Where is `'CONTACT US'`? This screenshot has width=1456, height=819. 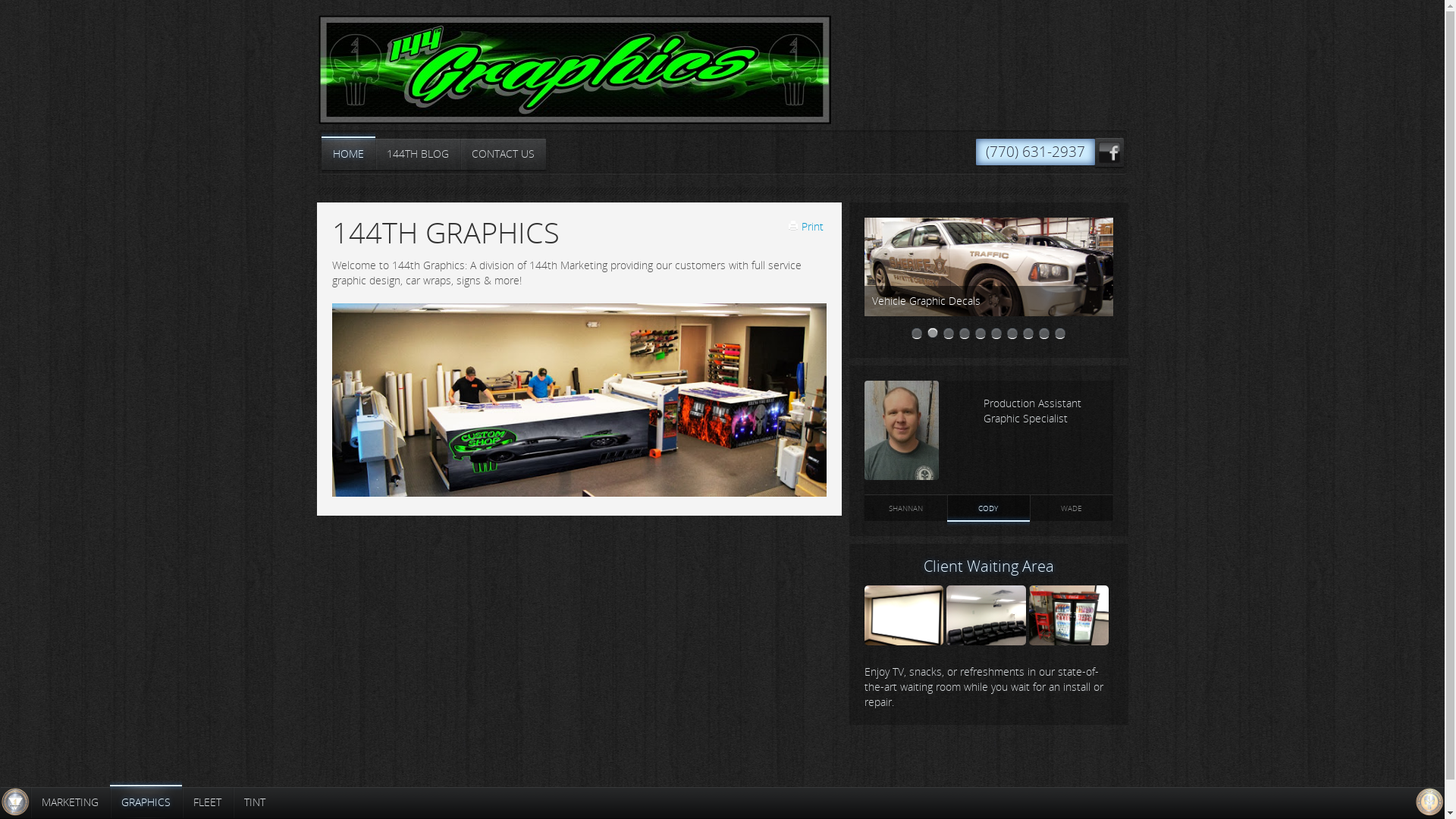
'CONTACT US' is located at coordinates (458, 154).